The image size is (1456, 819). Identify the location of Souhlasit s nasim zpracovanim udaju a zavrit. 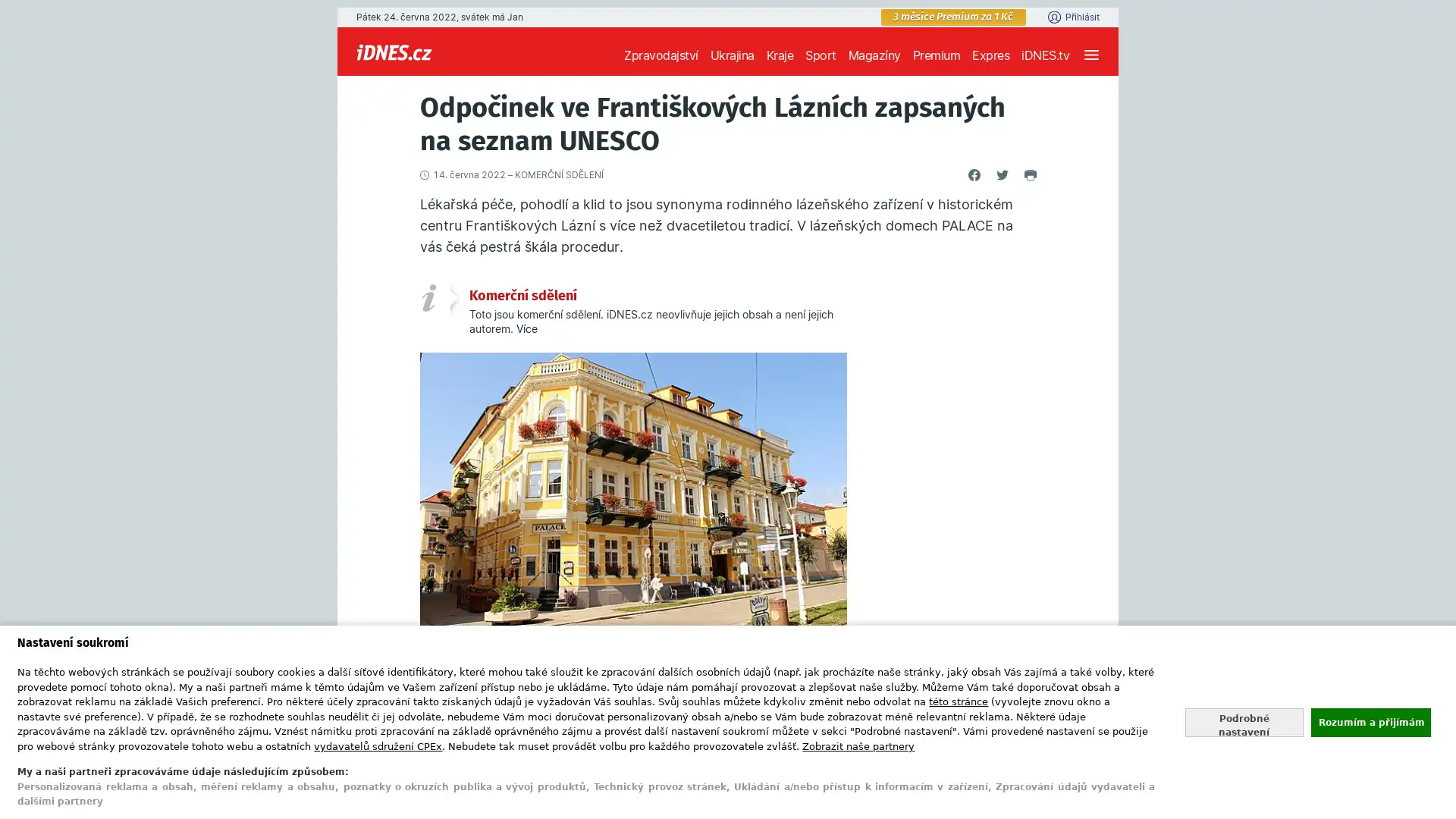
(1370, 721).